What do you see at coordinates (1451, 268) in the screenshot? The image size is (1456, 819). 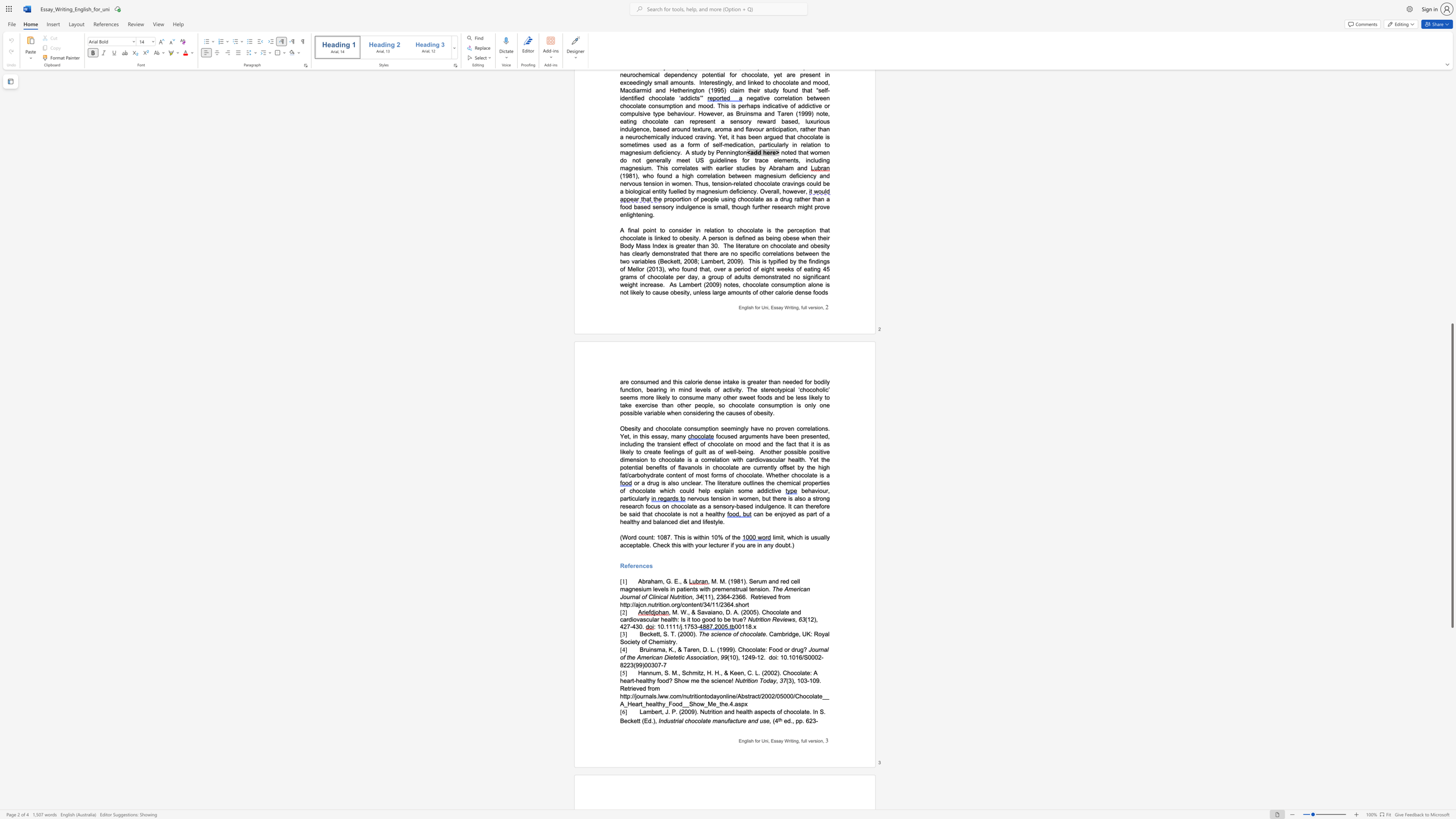 I see `the scrollbar to move the page upward` at bounding box center [1451, 268].